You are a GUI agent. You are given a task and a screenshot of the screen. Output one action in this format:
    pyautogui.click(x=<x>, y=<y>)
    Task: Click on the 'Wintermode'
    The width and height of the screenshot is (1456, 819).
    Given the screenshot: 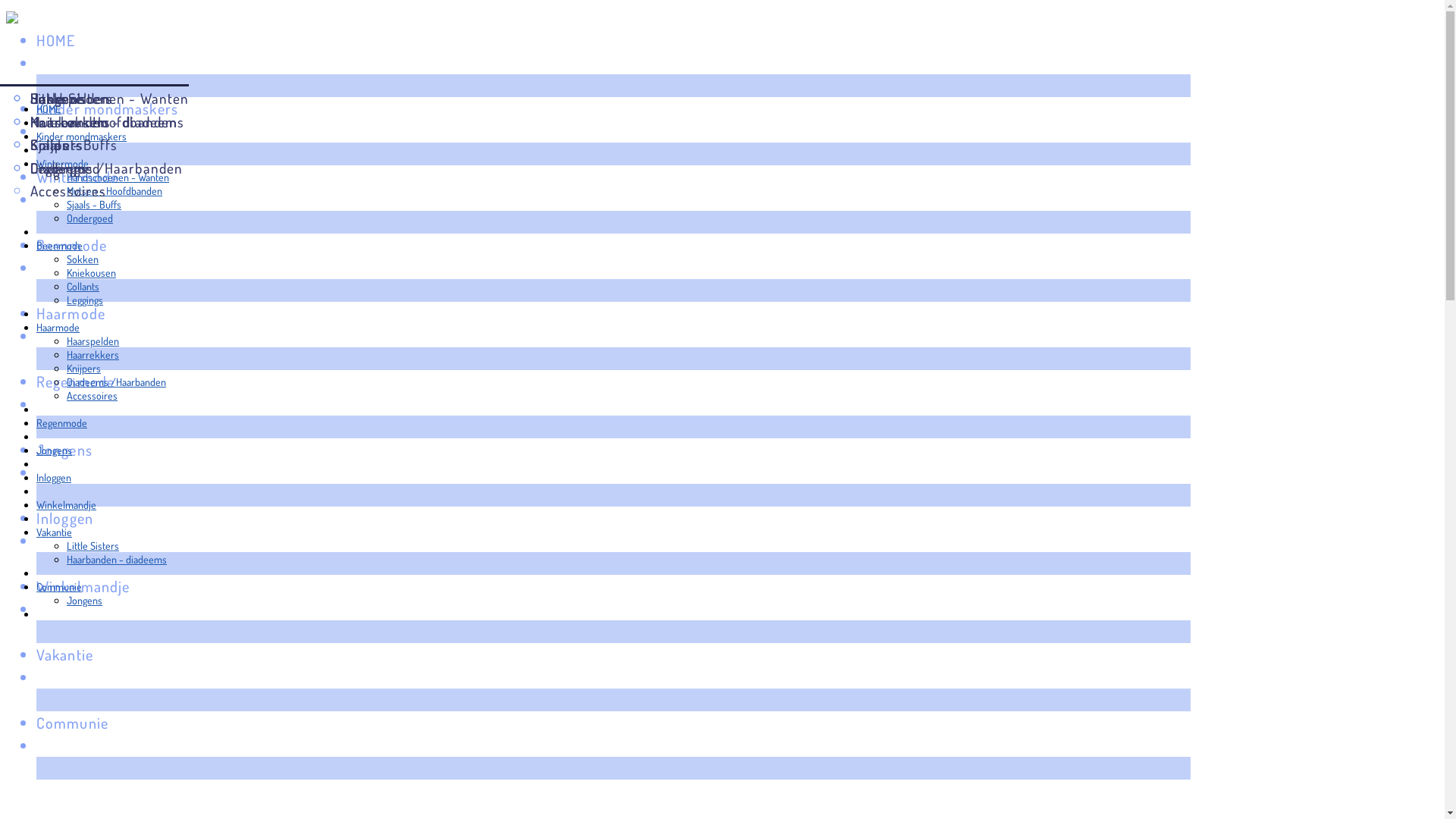 What is the action you would take?
    pyautogui.click(x=61, y=163)
    